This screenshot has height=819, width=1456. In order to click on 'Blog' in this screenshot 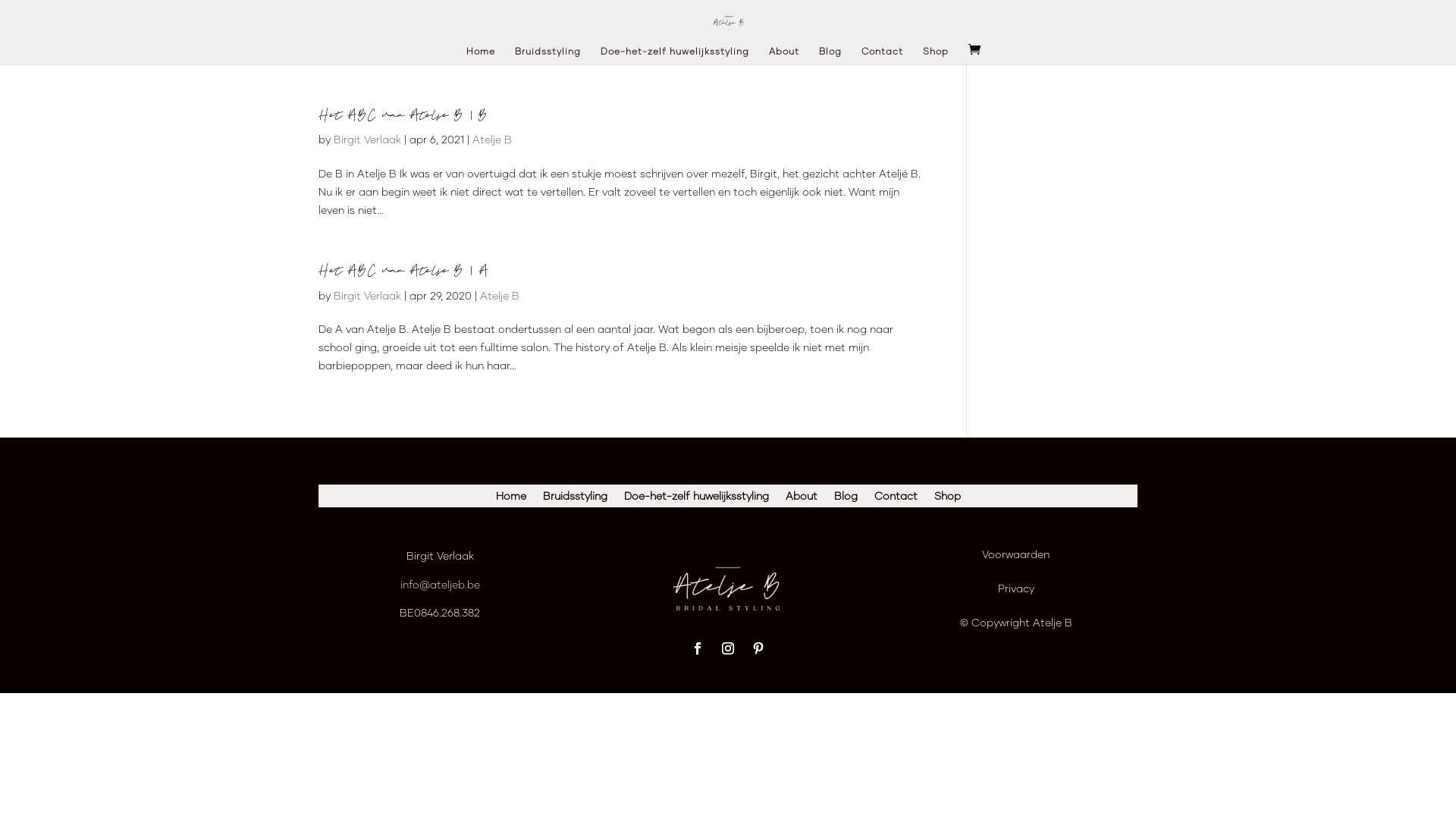, I will do `click(829, 55)`.